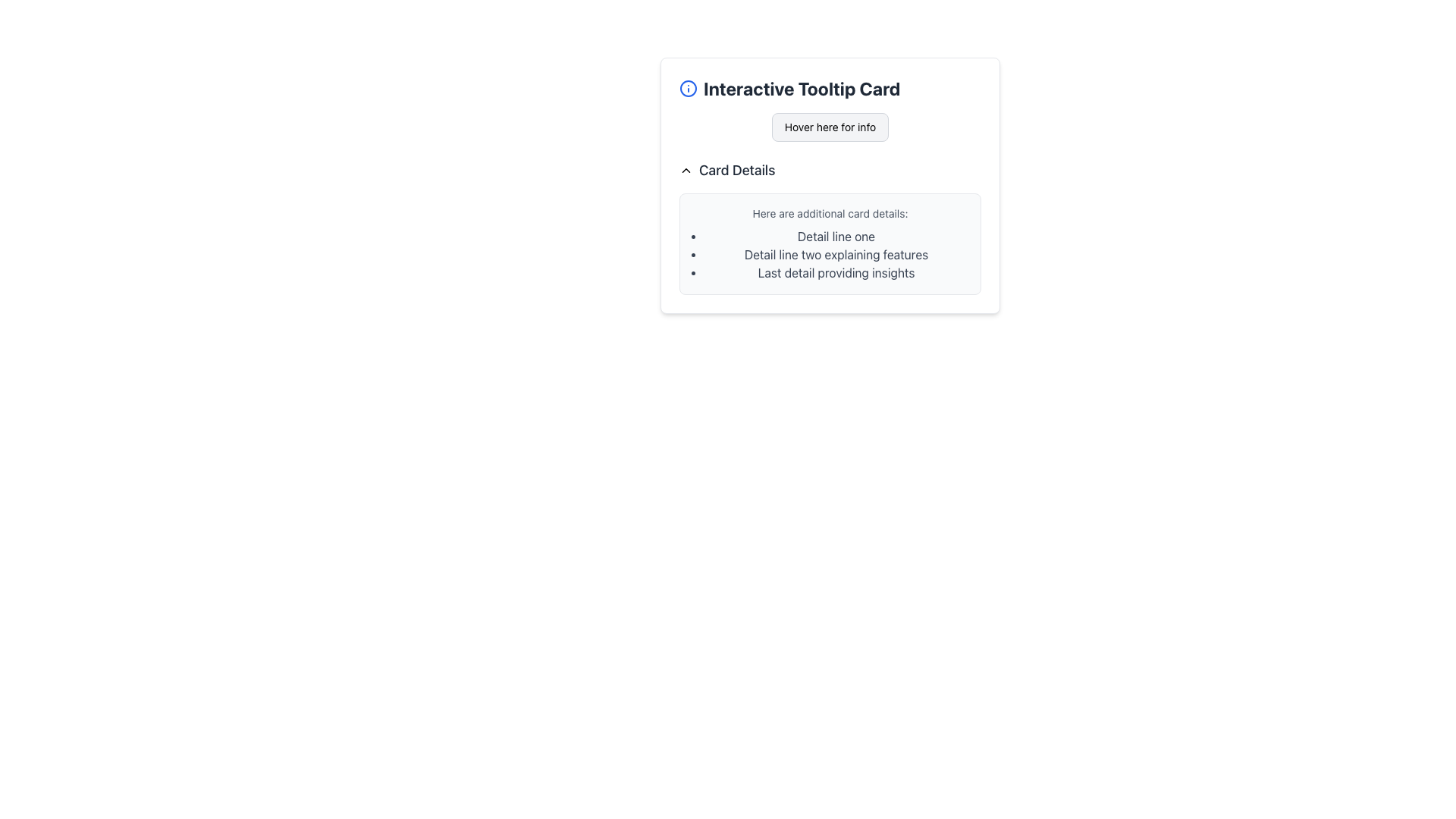  I want to click on the button labeled 'Hover here for info', which is a rectangular button with rounded corners, located centrally within the card interface below the title 'Interactive Tooltip Card', so click(829, 127).